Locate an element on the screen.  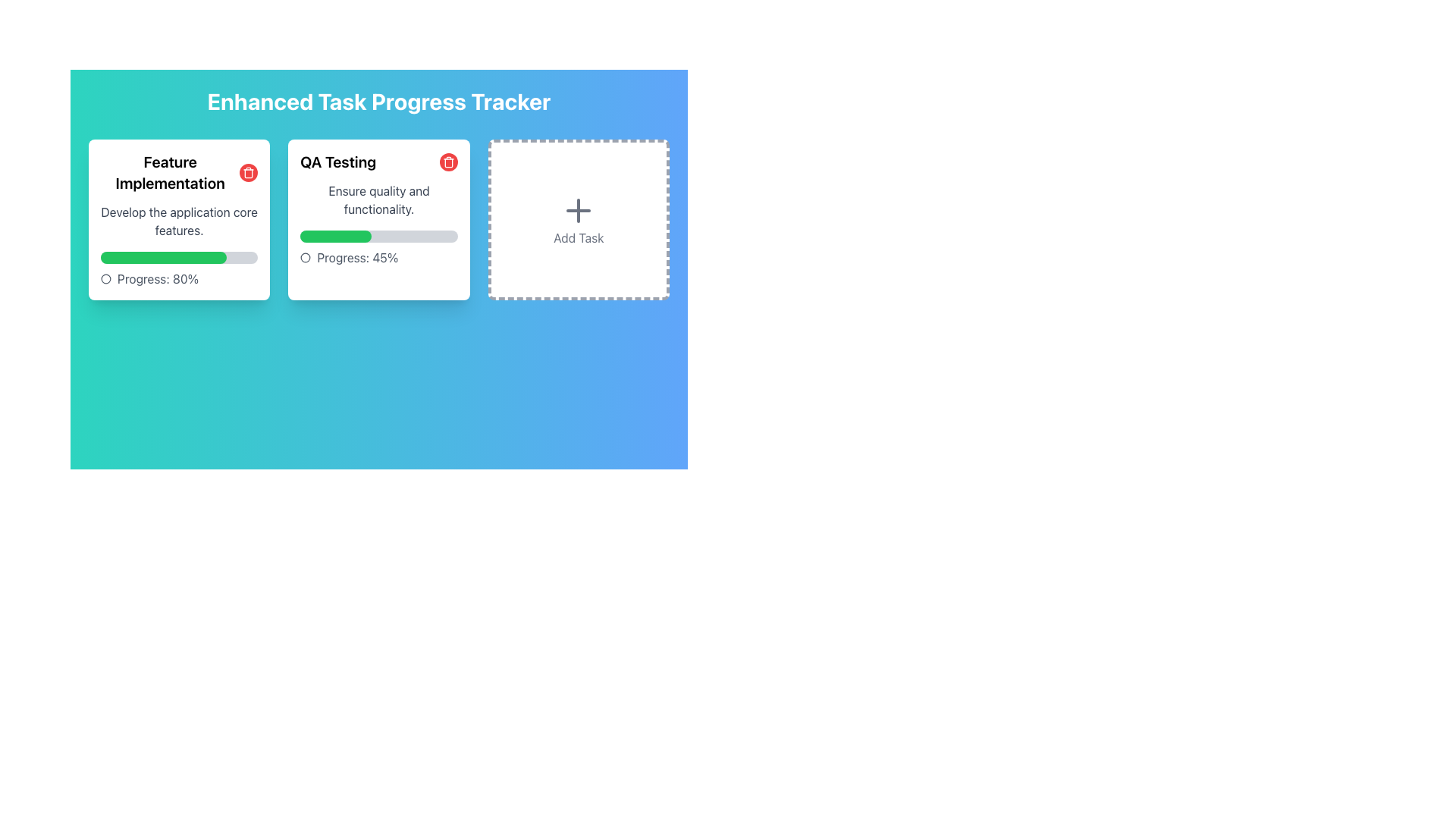
the text block that provides a description of the card's task or goal in the 'Feature Implementation' card layout is located at coordinates (179, 221).